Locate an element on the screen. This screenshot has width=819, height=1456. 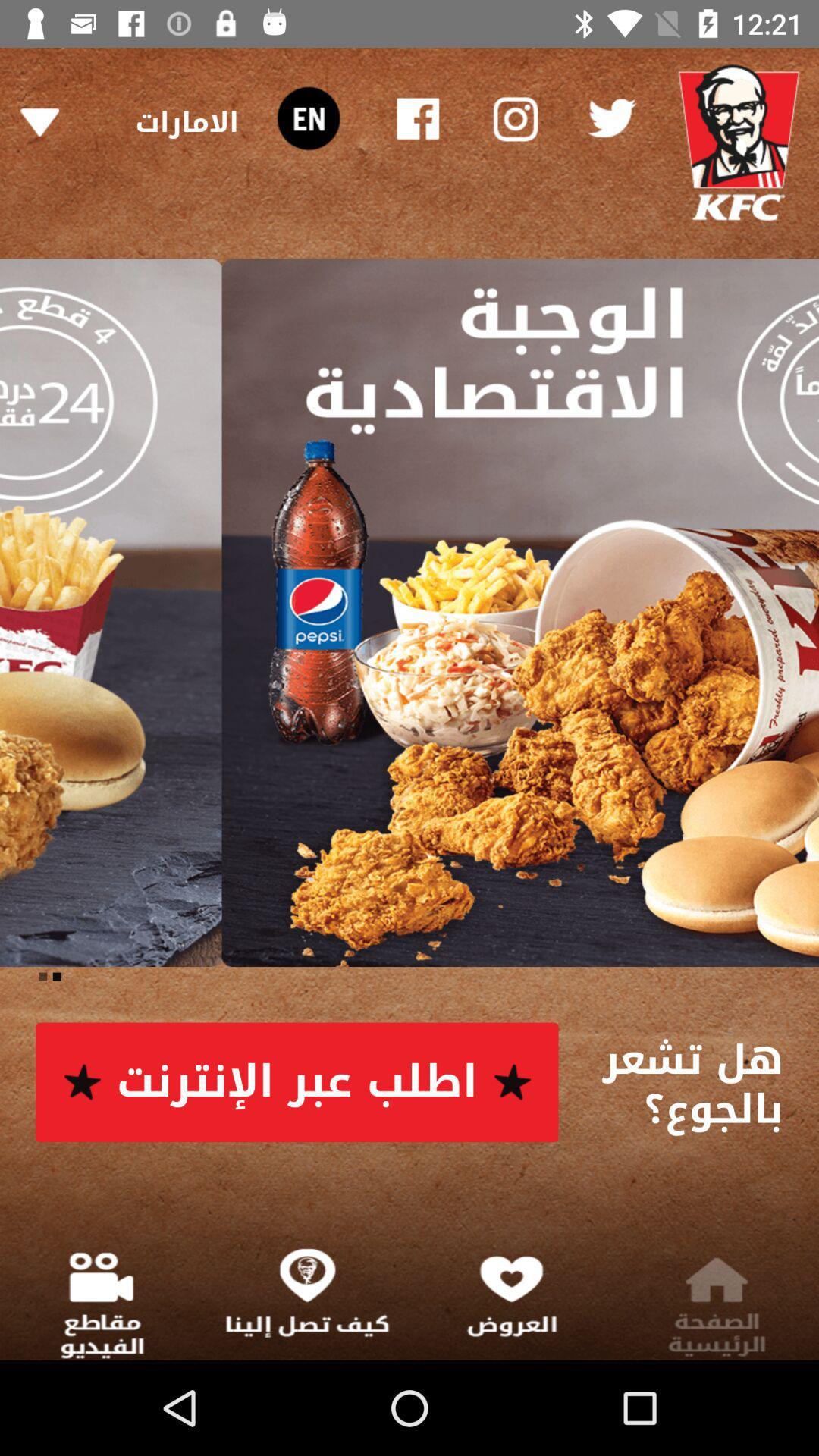
icon at the center is located at coordinates (409, 613).